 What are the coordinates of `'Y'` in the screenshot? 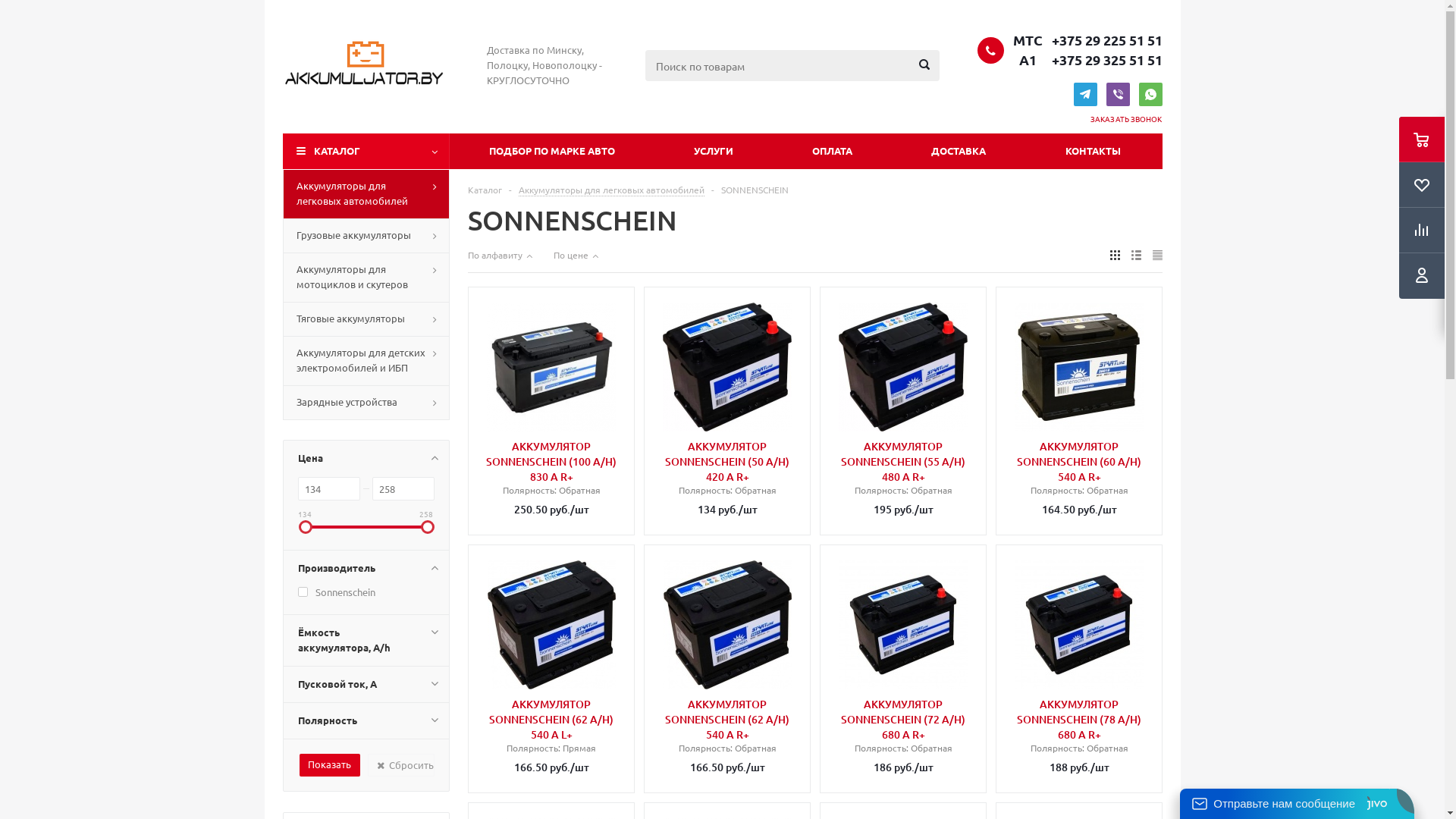 It's located at (5, 5).